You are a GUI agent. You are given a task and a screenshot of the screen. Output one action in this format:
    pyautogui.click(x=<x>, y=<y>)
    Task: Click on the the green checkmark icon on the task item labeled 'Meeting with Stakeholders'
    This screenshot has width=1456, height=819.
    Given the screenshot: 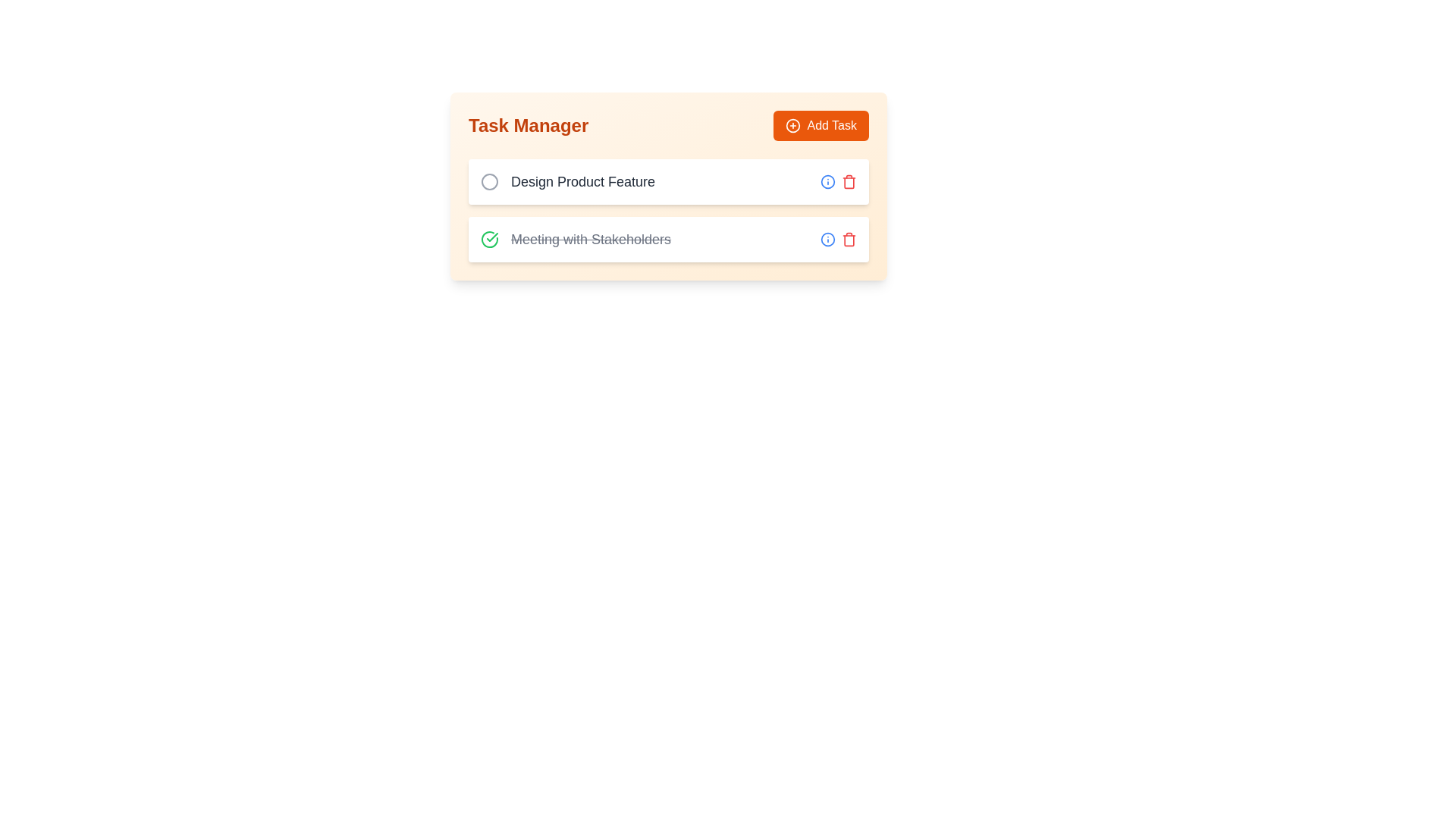 What is the action you would take?
    pyautogui.click(x=668, y=239)
    